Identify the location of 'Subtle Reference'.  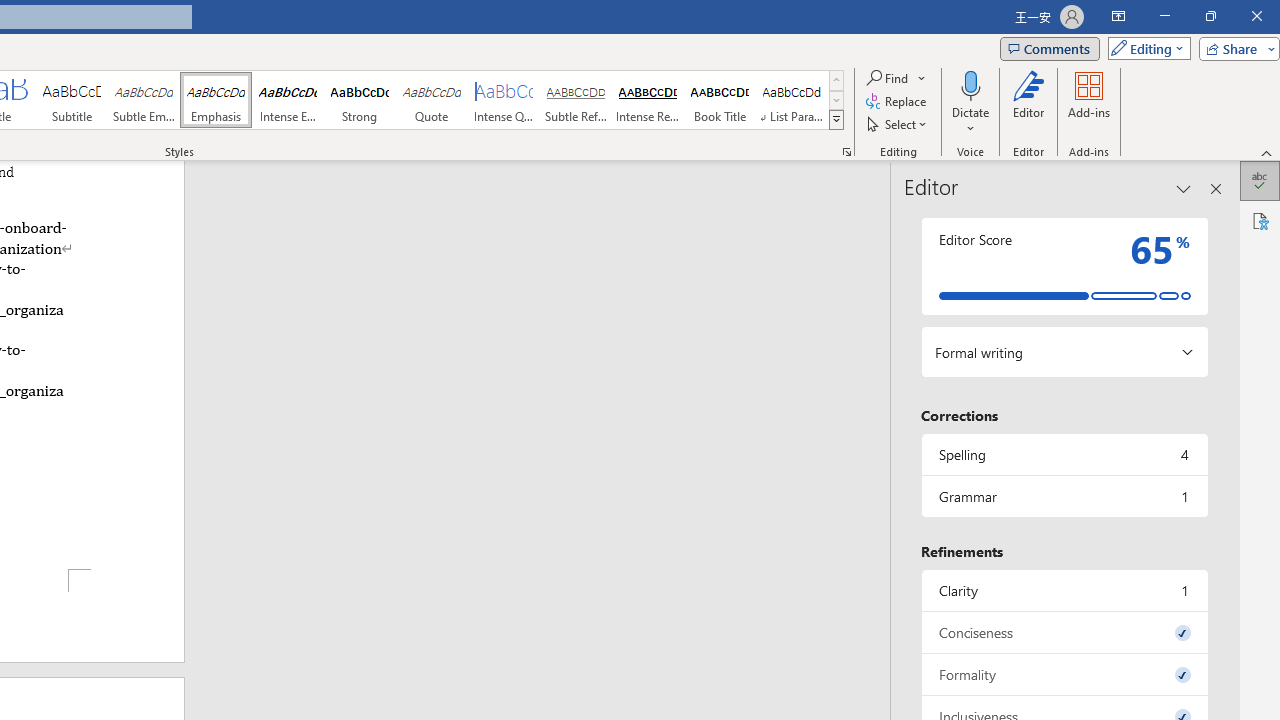
(575, 100).